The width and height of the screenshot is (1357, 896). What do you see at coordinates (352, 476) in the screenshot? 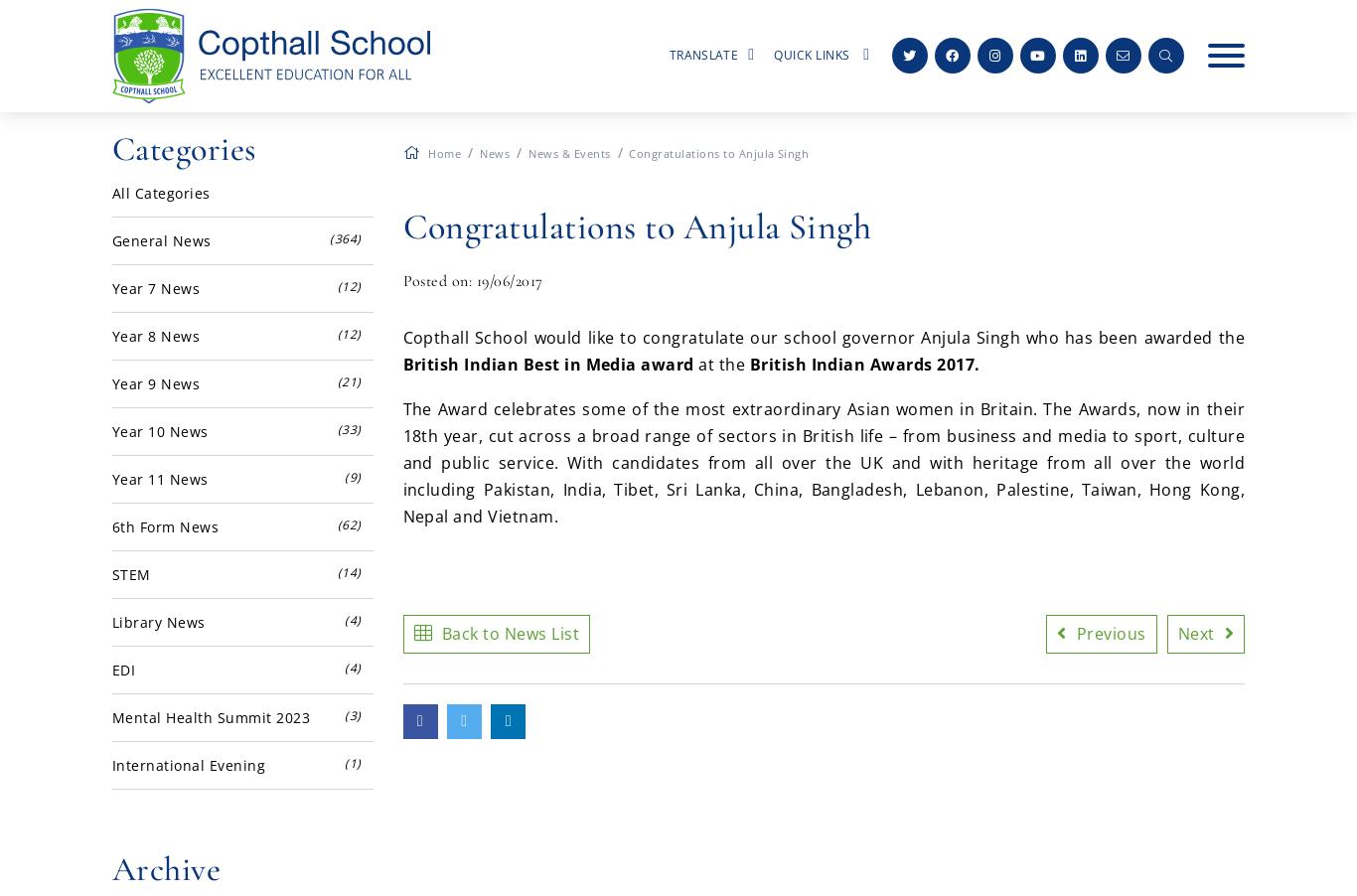
I see `'(9)'` at bounding box center [352, 476].